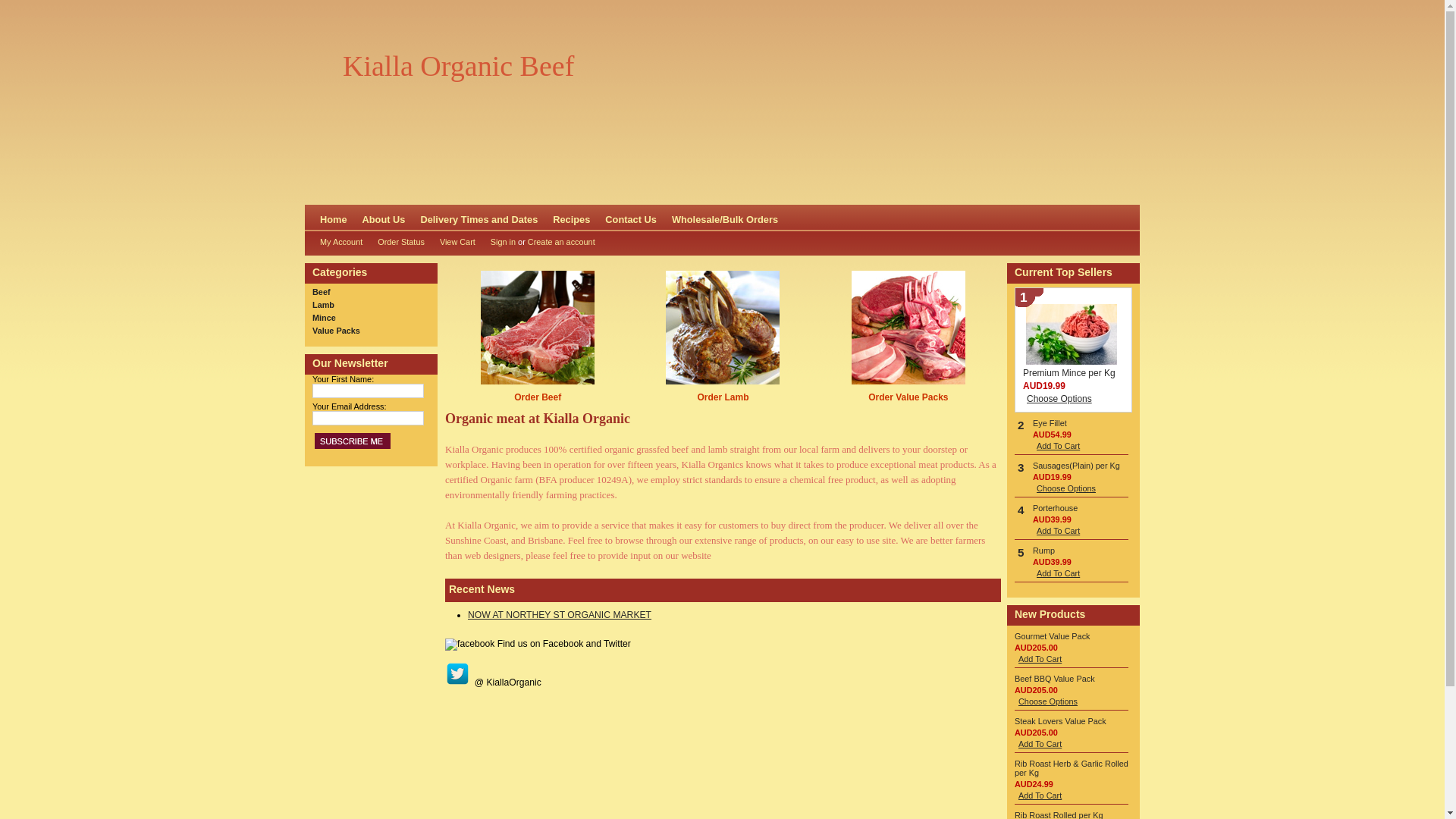 The width and height of the screenshot is (1456, 819). I want to click on 'Porterhouse', so click(1054, 508).